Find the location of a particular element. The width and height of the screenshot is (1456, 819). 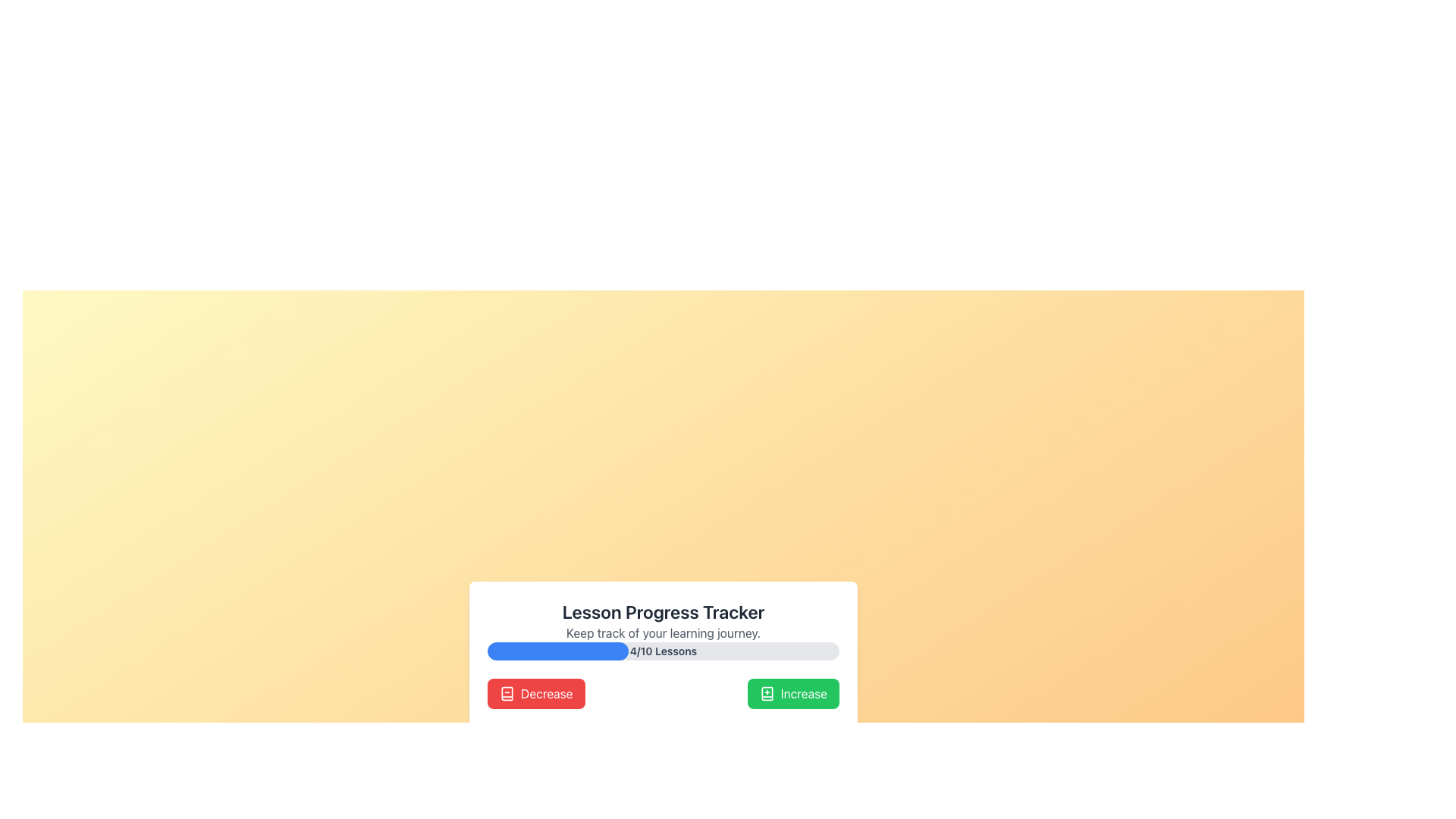

the static text label that provides context for the 'Lesson Progress Tracker', located directly below the title and centered horizontally in the white card interface is located at coordinates (663, 632).